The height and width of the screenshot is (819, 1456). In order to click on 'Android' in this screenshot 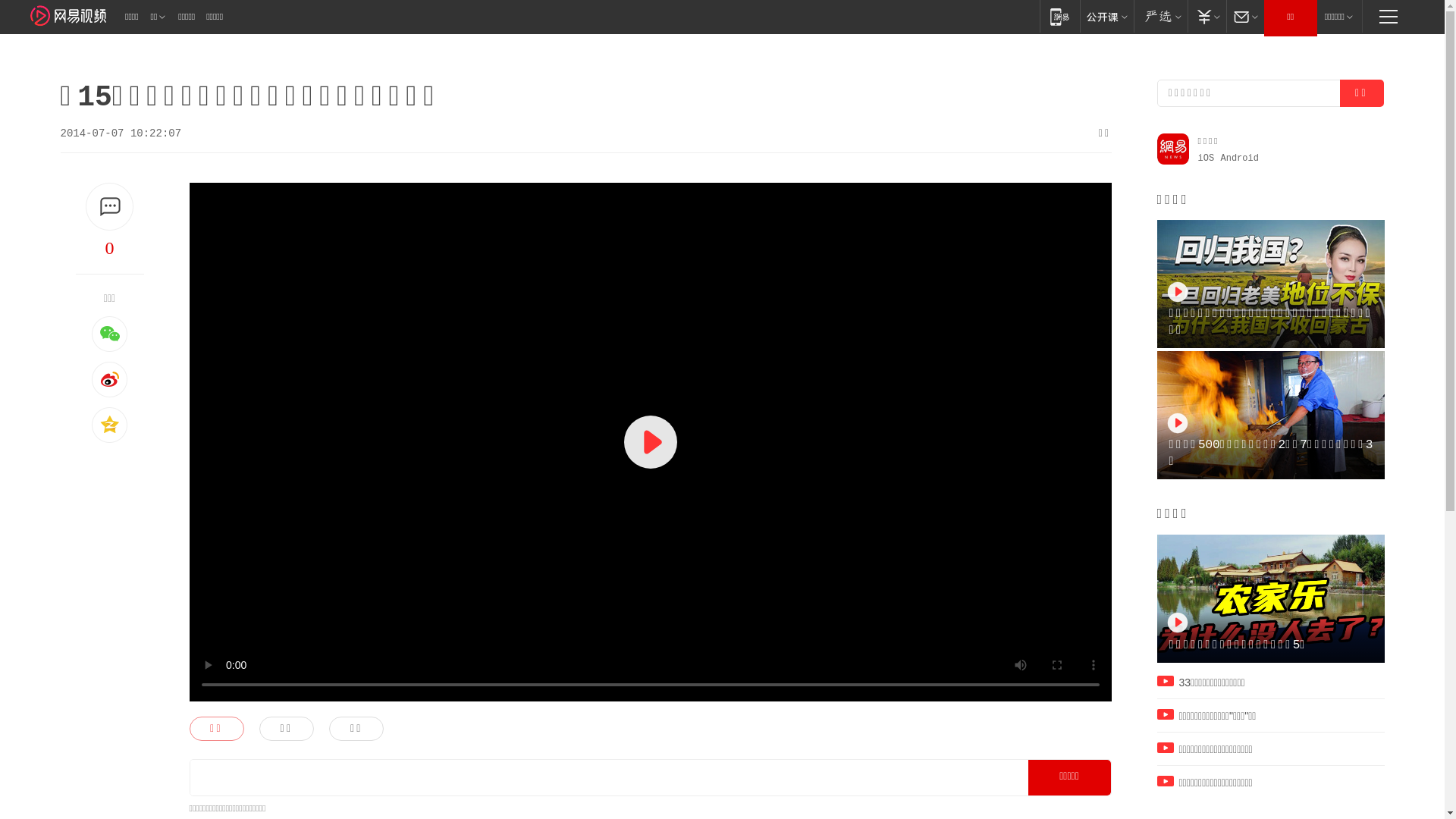, I will do `click(1220, 158)`.